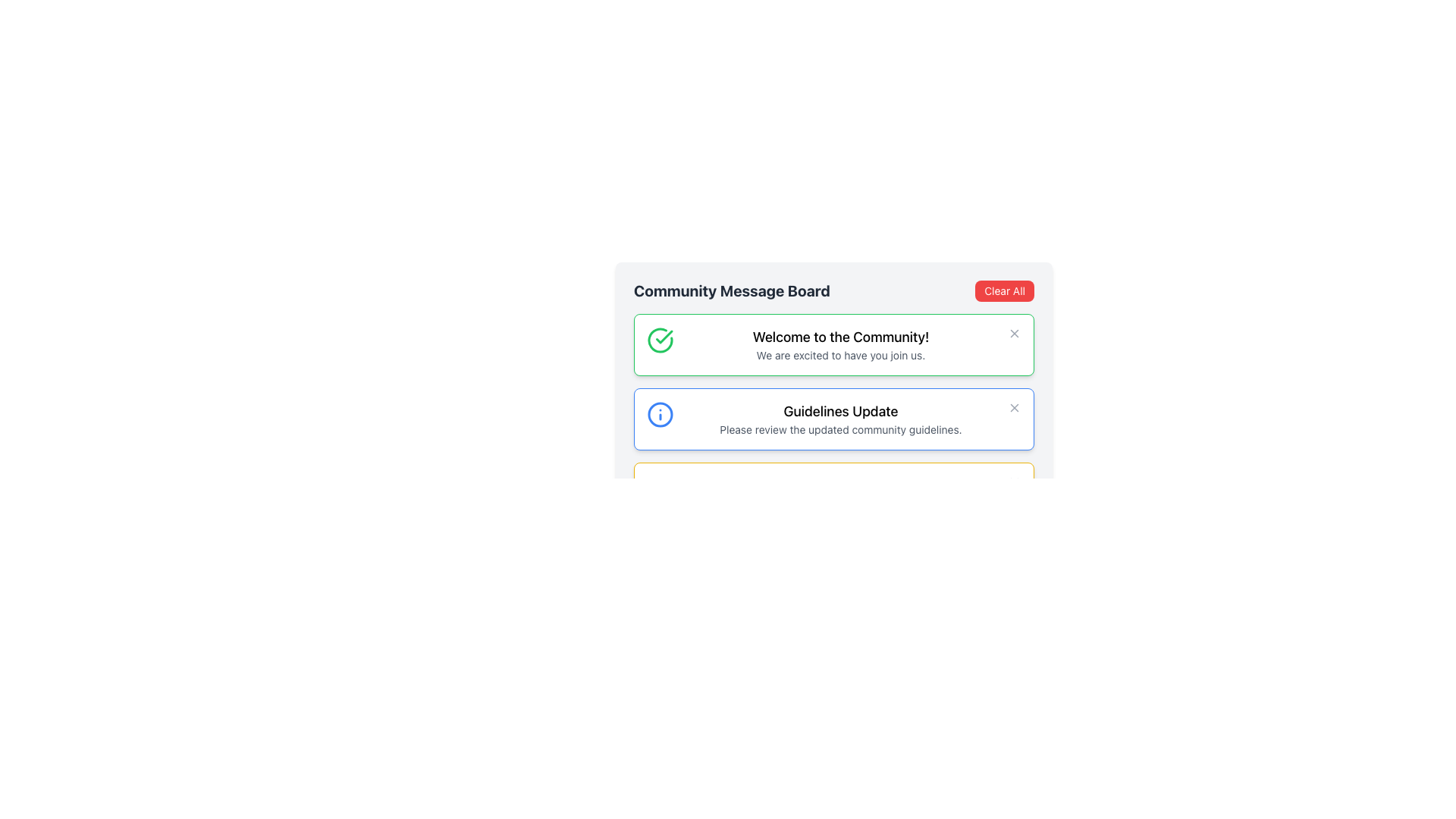 This screenshot has width=1456, height=819. What do you see at coordinates (839, 336) in the screenshot?
I see `the text element displaying 'Welcome to the Community!' which is styled as a title or header, located in the first notification box with a green outline` at bounding box center [839, 336].